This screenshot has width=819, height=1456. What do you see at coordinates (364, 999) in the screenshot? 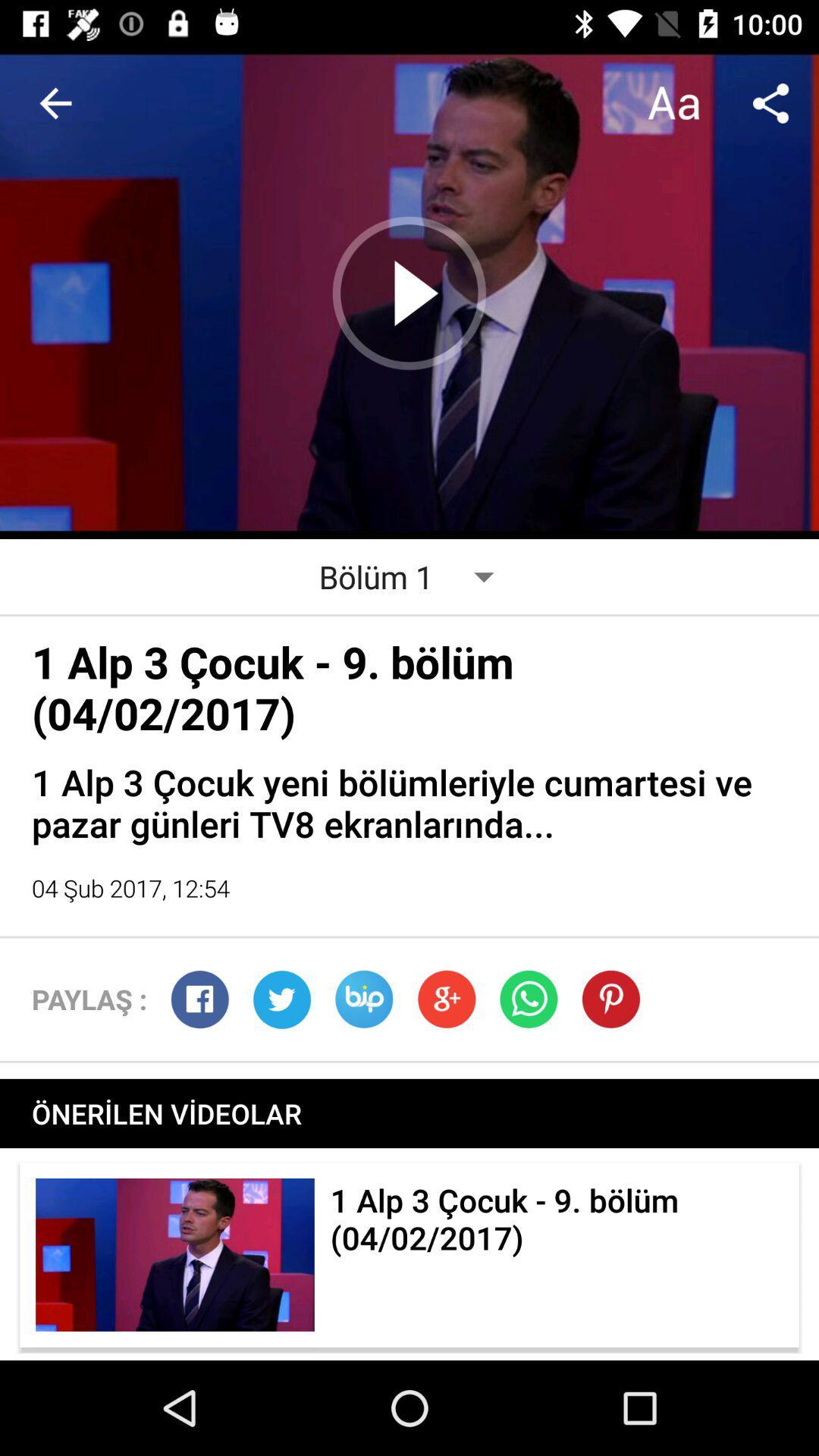
I see `the chat icon` at bounding box center [364, 999].